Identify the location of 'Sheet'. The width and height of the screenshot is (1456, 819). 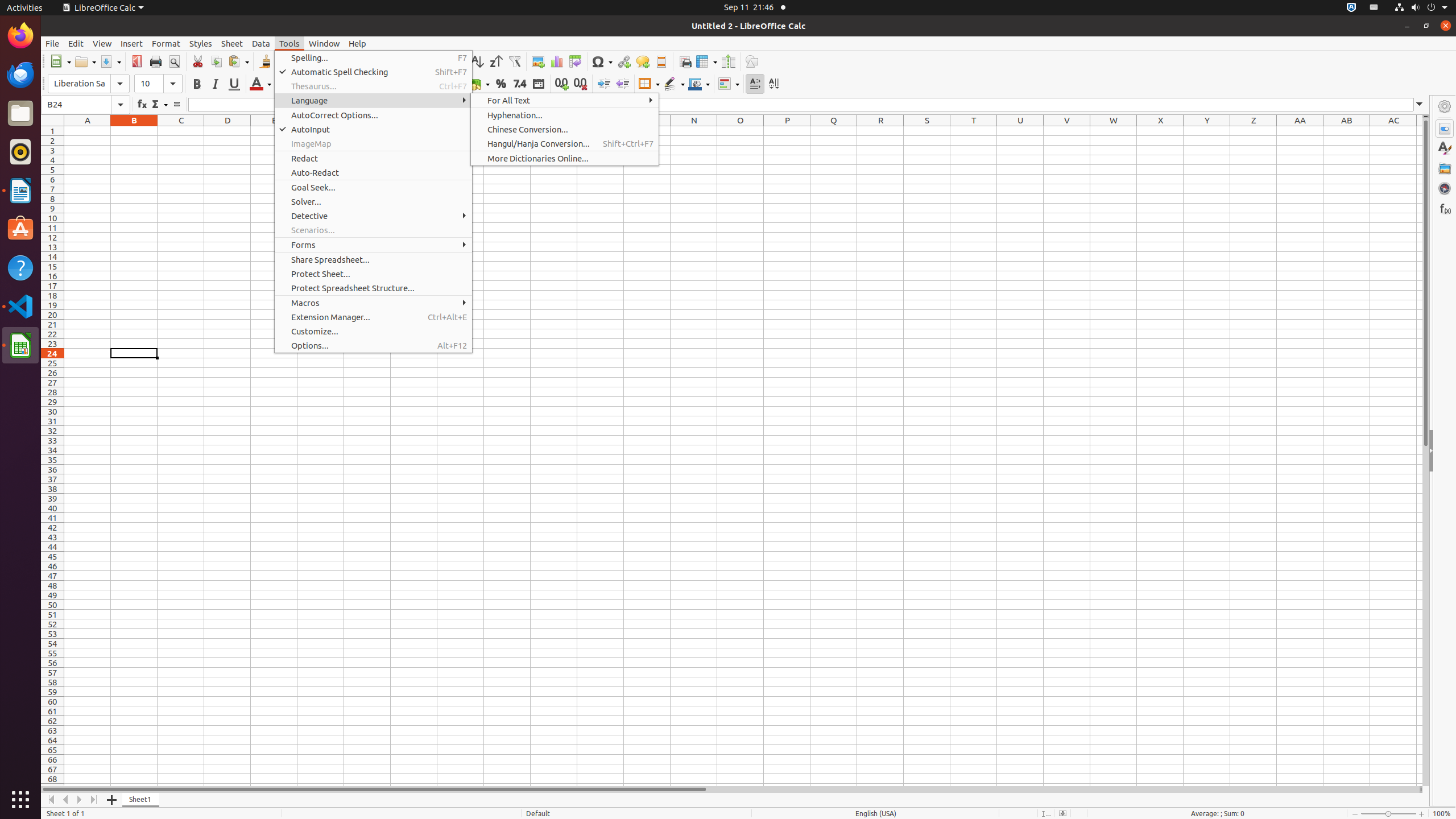
(231, 43).